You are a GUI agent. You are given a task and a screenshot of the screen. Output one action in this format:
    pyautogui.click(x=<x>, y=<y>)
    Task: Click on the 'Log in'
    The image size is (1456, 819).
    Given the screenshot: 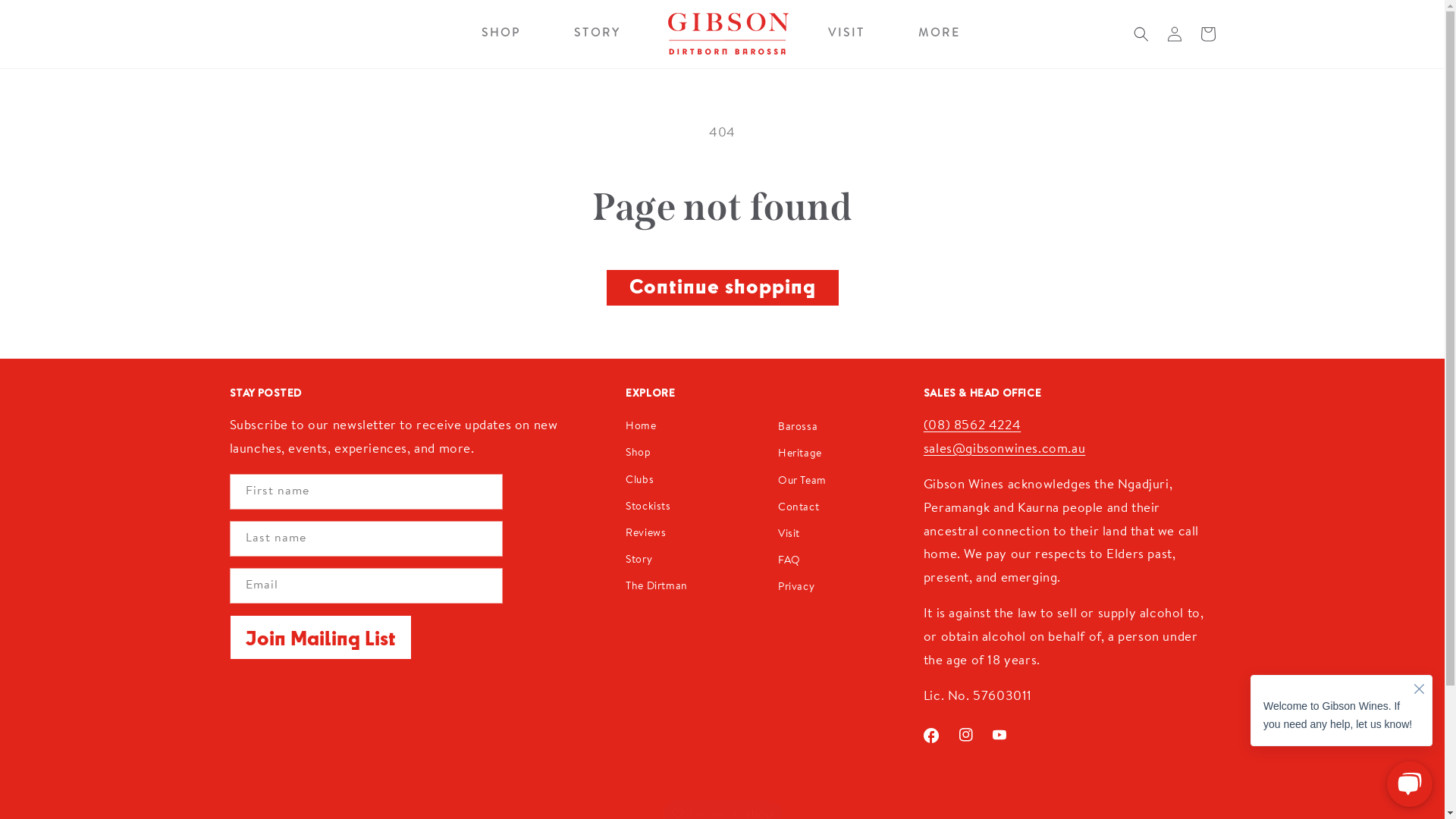 What is the action you would take?
    pyautogui.click(x=1156, y=34)
    